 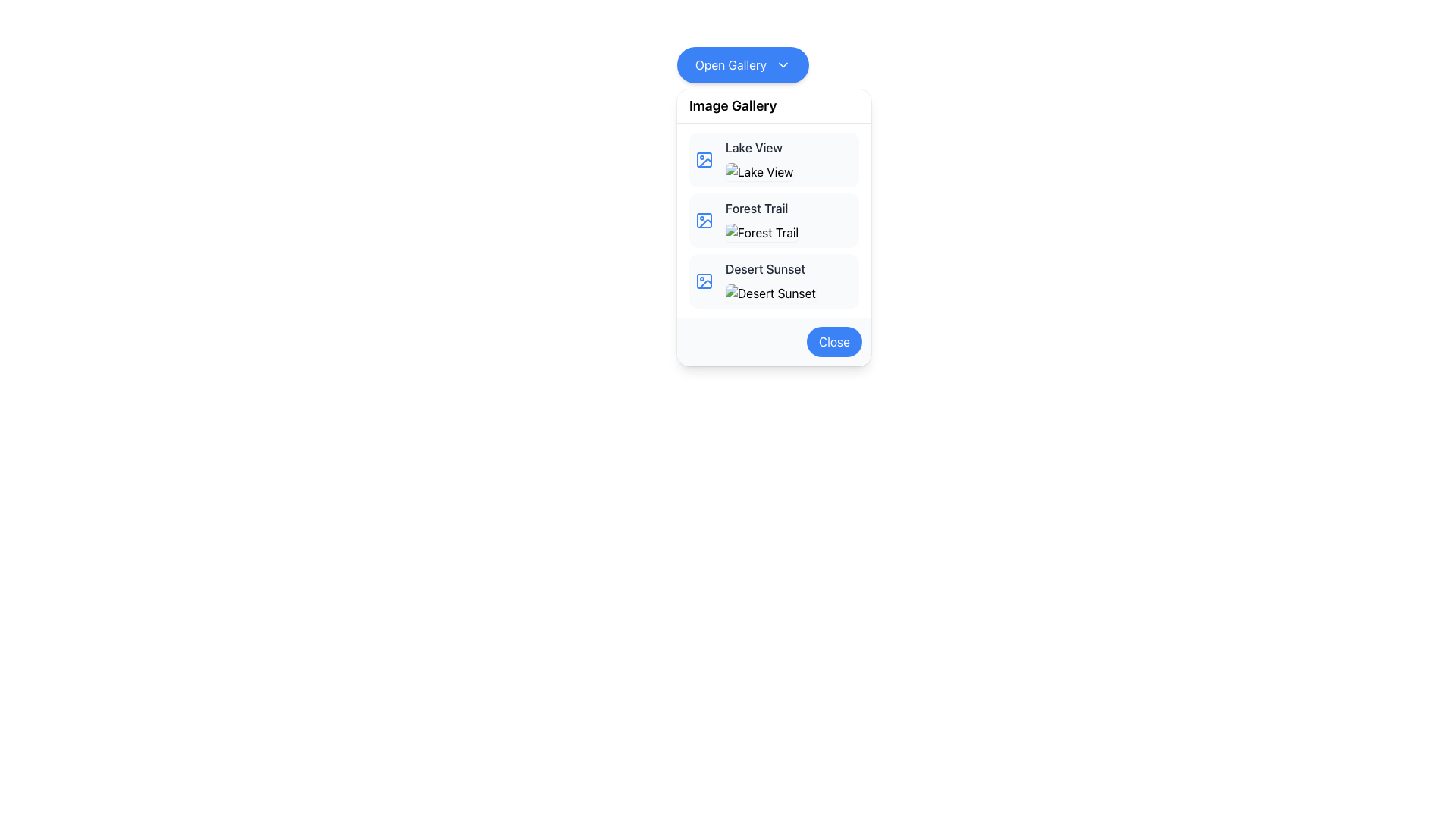 I want to click on the graphical shape within the icon located in the second row of the gallery list, adjacent to the text 'Forest Trail', if it is interactive, so click(x=702, y=220).